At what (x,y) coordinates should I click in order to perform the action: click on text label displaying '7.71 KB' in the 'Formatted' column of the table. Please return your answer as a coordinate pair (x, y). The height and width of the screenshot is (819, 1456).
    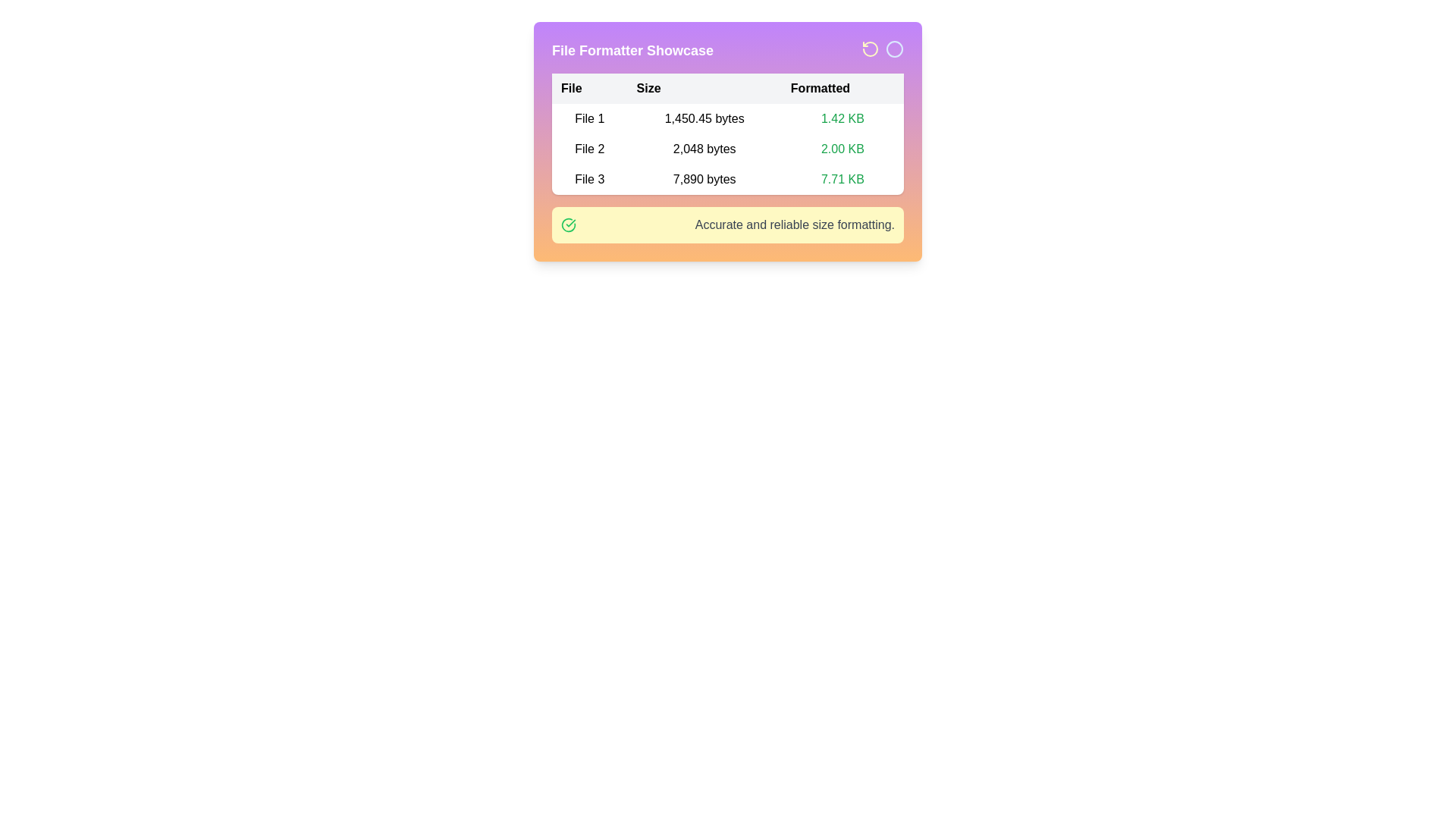
    Looking at the image, I should click on (842, 178).